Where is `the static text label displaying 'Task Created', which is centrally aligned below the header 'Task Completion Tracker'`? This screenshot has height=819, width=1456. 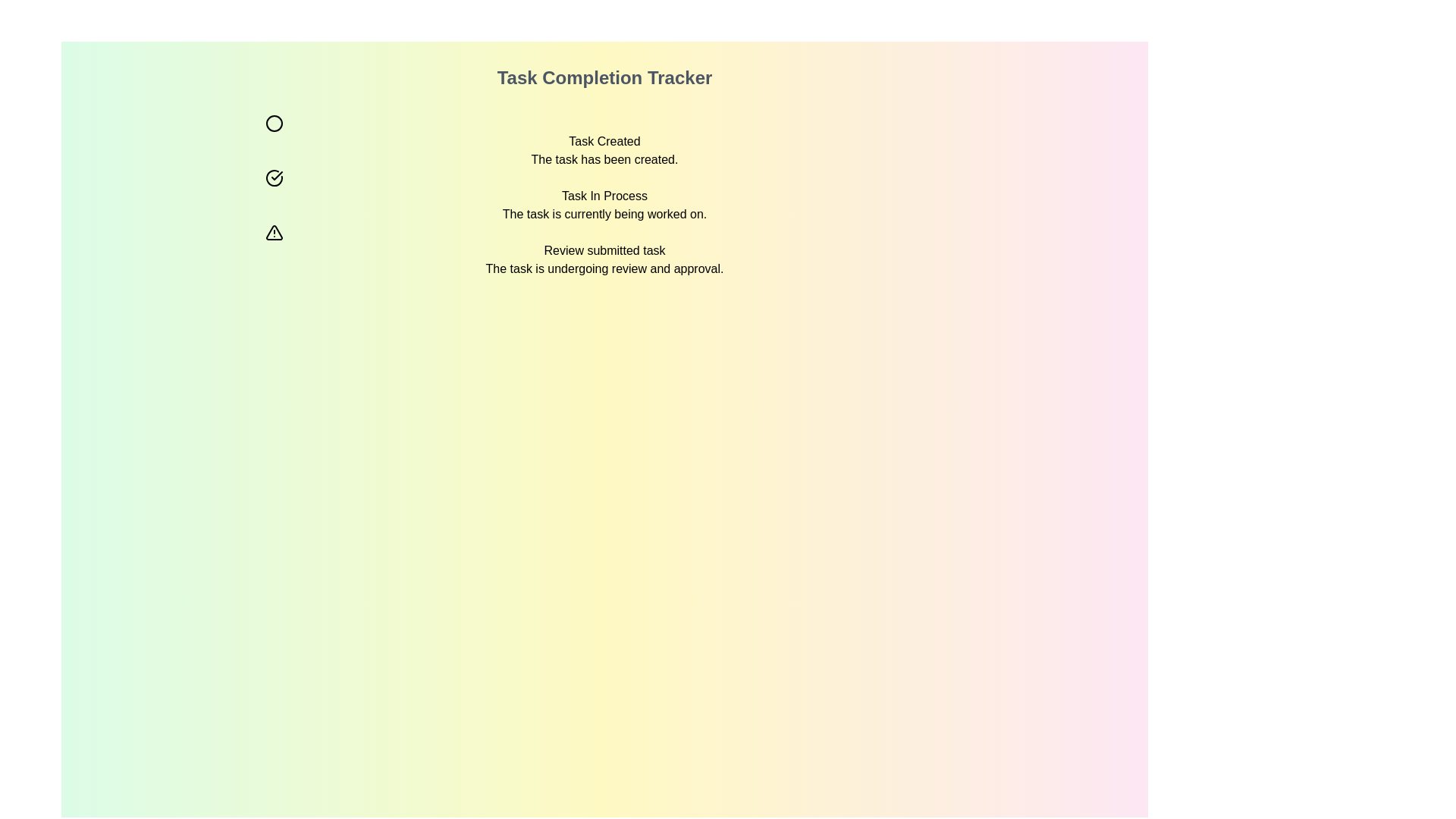
the static text label displaying 'Task Created', which is centrally aligned below the header 'Task Completion Tracker' is located at coordinates (604, 141).